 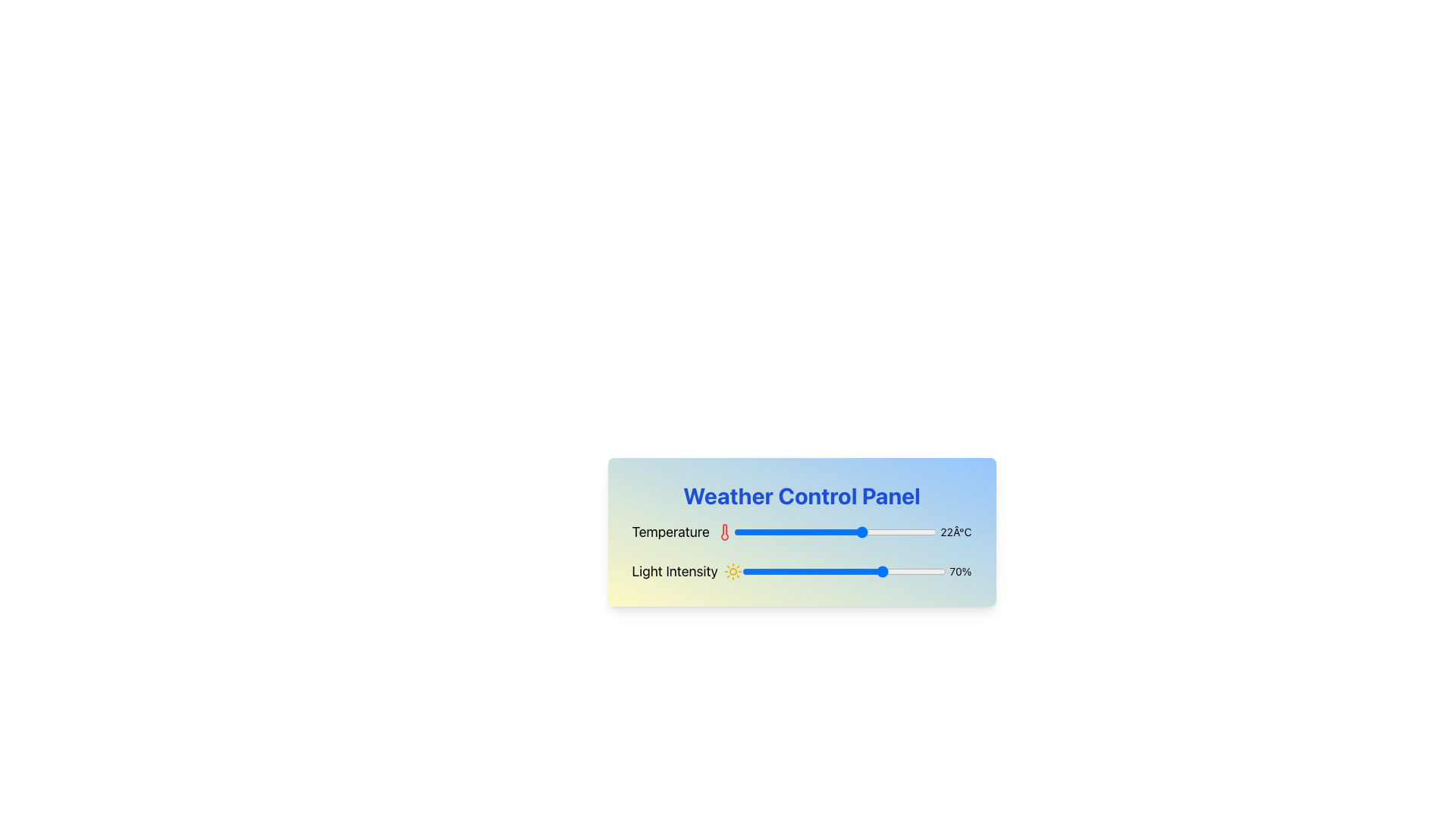 I want to click on light intensity, so click(x=774, y=571).